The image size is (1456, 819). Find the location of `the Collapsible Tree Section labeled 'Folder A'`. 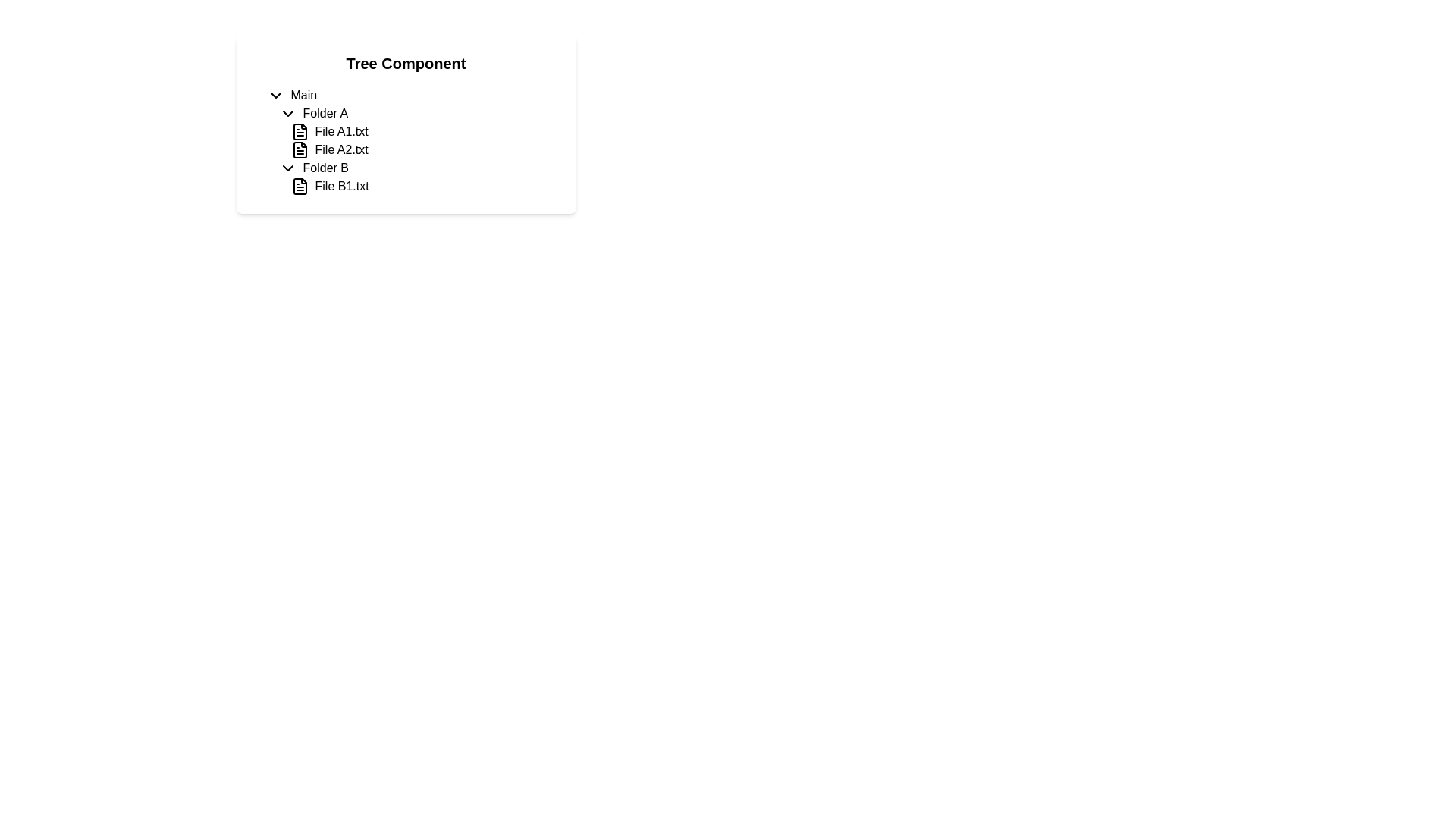

the Collapsible Tree Section labeled 'Folder A' is located at coordinates (412, 130).